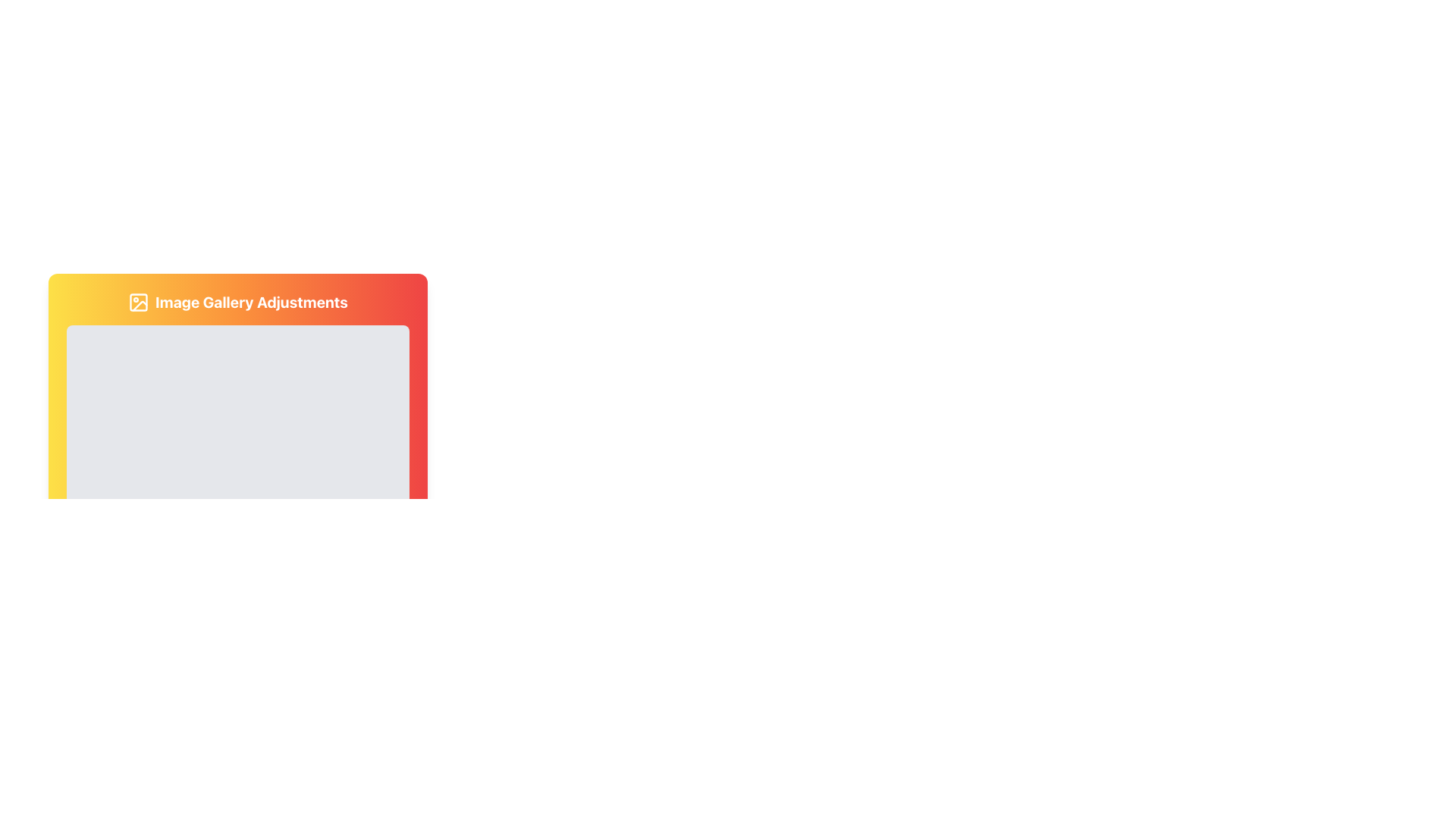 The width and height of the screenshot is (1456, 819). What do you see at coordinates (139, 302) in the screenshot?
I see `the small rounded rectangular vector graphic component located at the upper-left corner of the icon next to 'Image Gallery Adjustments'` at bounding box center [139, 302].